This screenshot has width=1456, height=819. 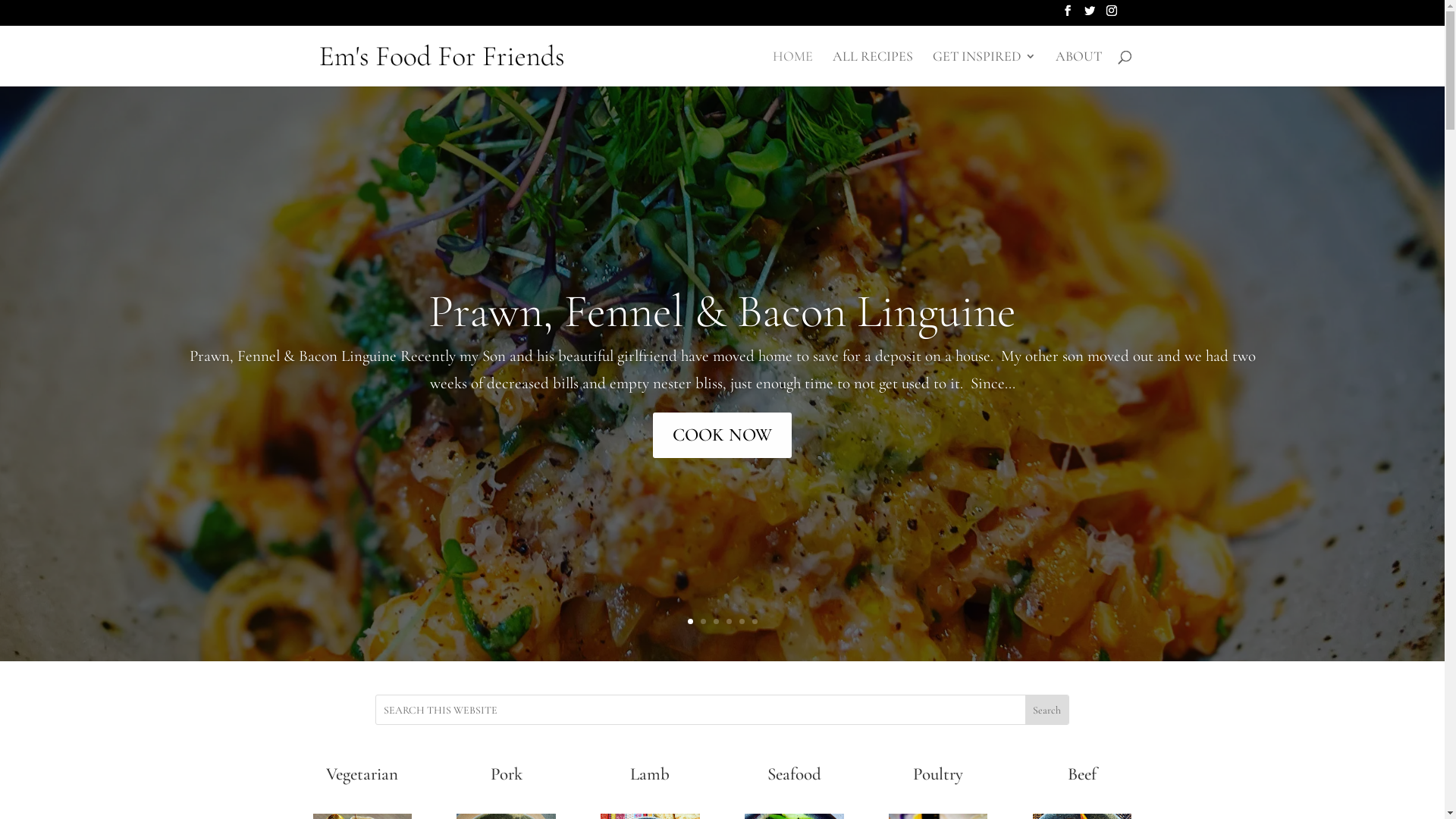 I want to click on '1', so click(x=689, y=621).